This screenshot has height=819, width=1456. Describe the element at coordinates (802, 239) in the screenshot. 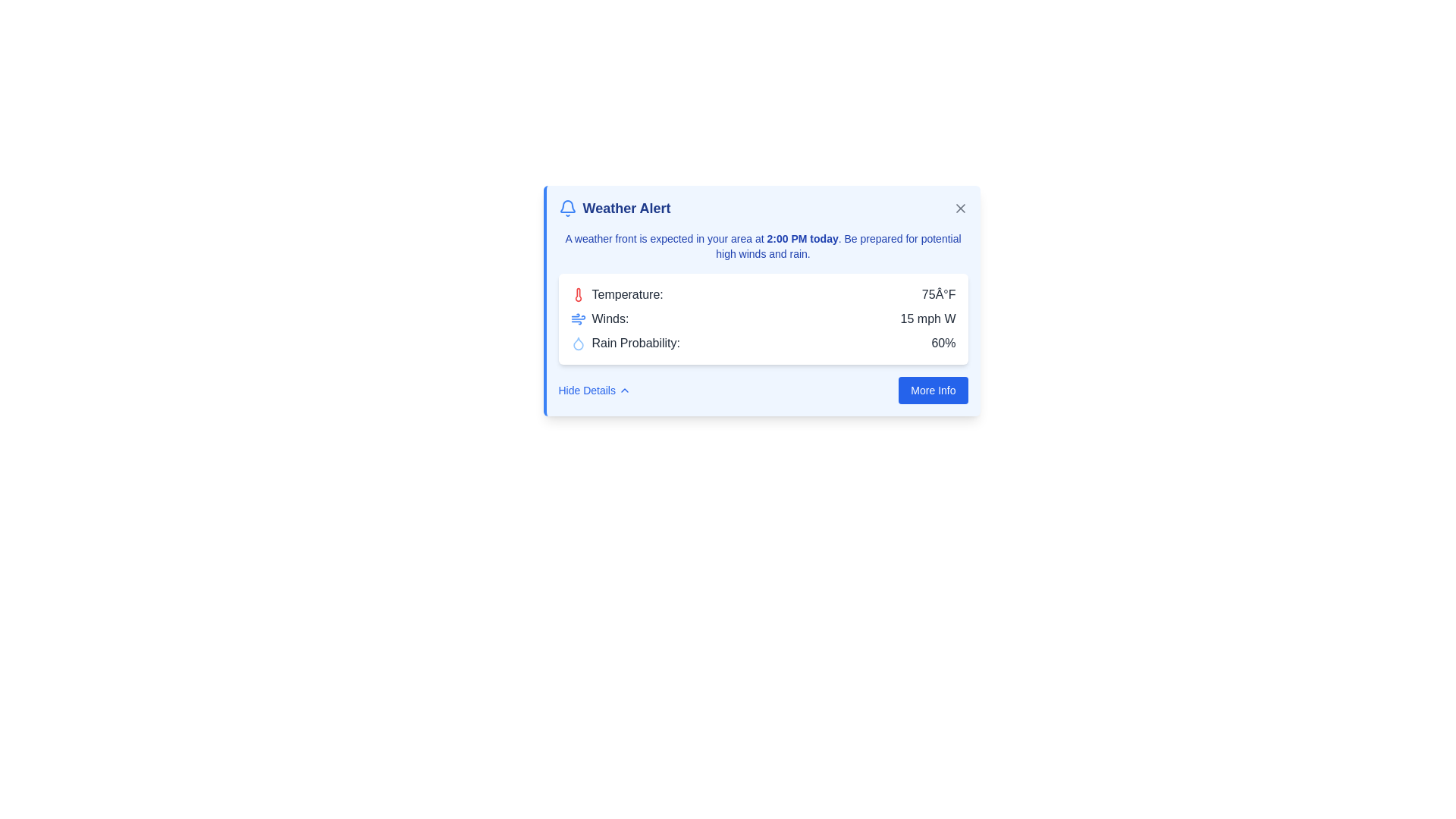

I see `the text providing event timing information in the 'Weather Alert' dialog box` at that location.